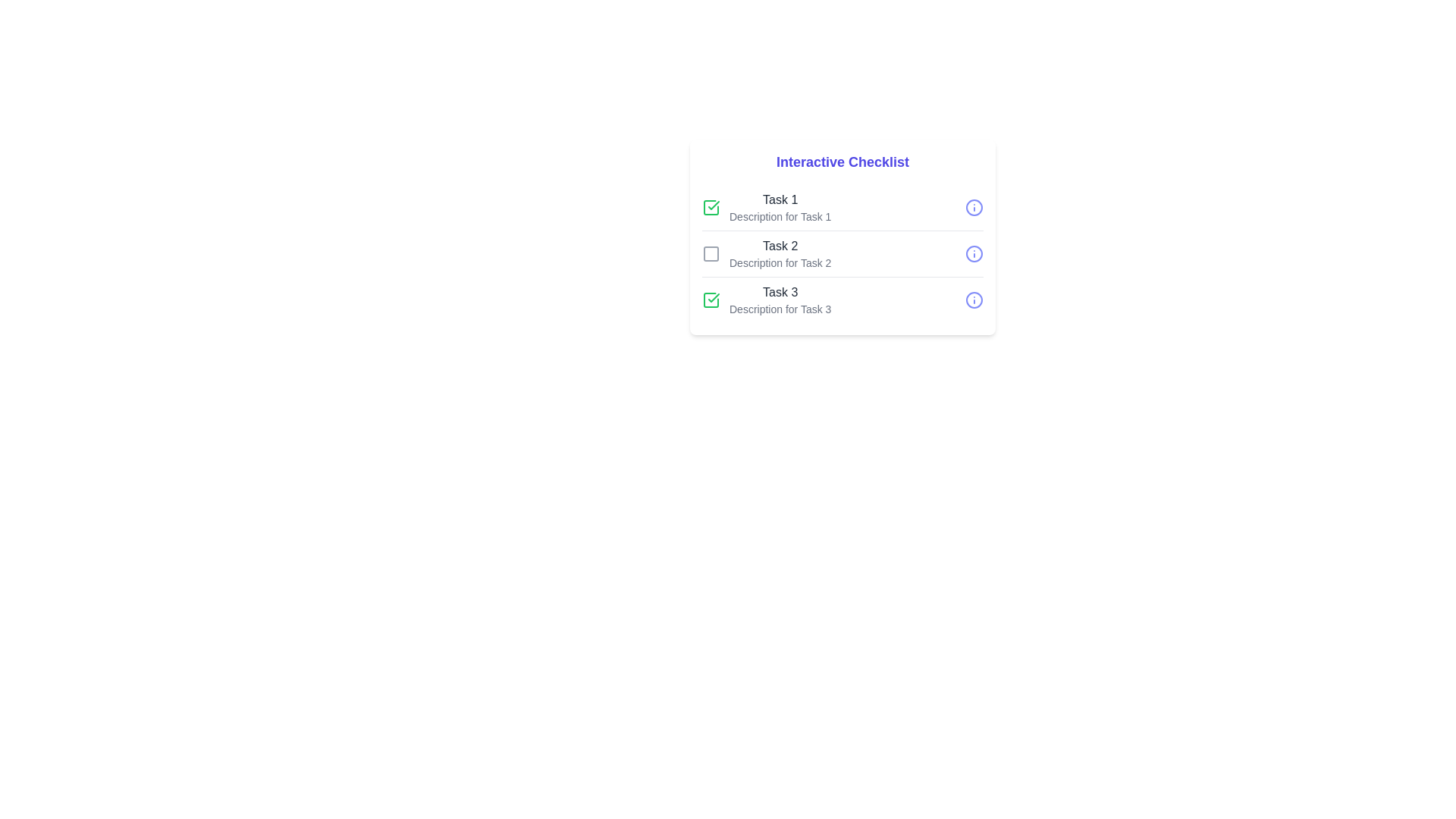 This screenshot has height=819, width=1456. I want to click on the information icon next to Task 2, so click(974, 253).